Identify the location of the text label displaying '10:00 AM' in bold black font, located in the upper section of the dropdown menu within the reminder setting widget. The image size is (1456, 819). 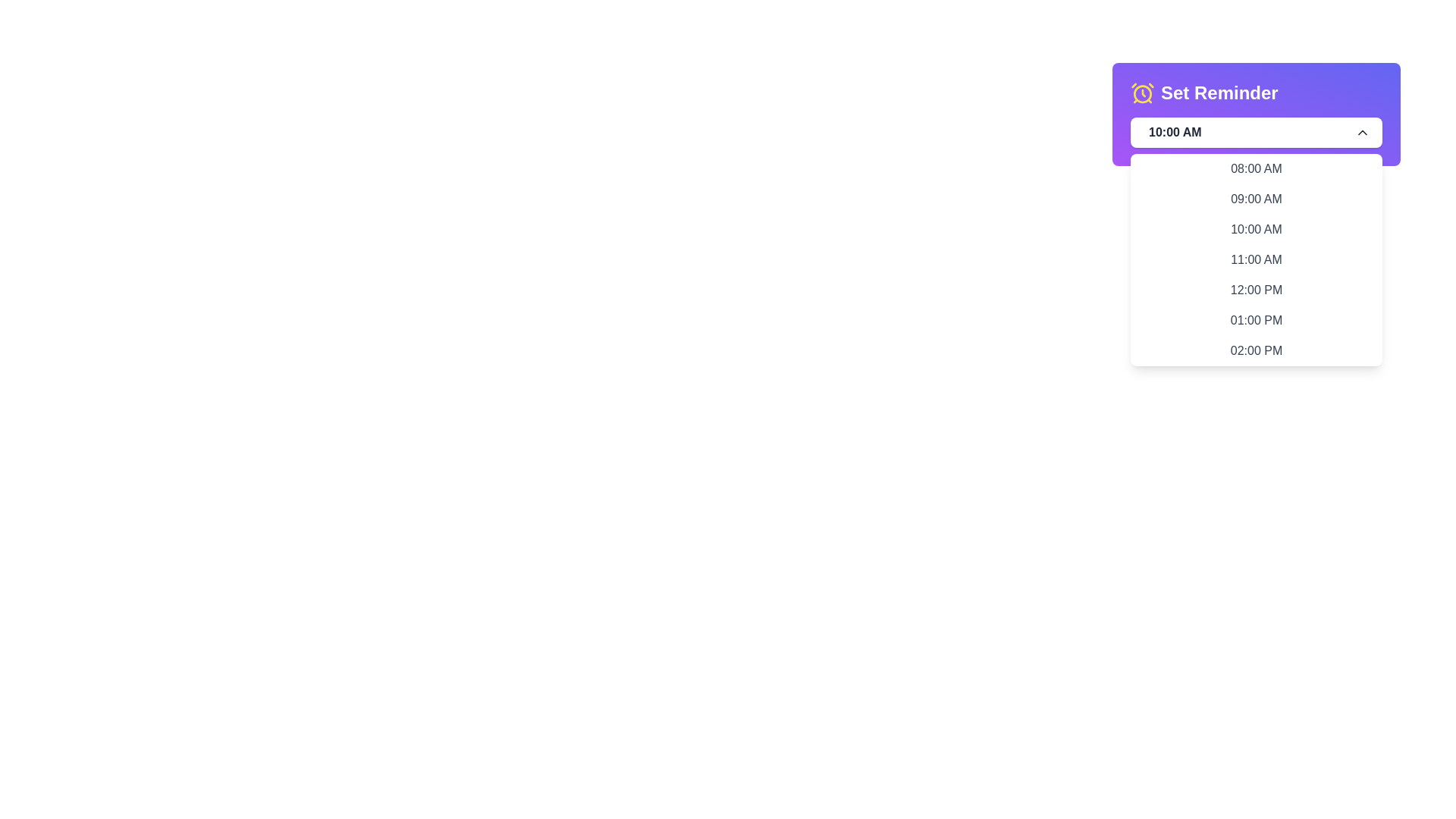
(1171, 131).